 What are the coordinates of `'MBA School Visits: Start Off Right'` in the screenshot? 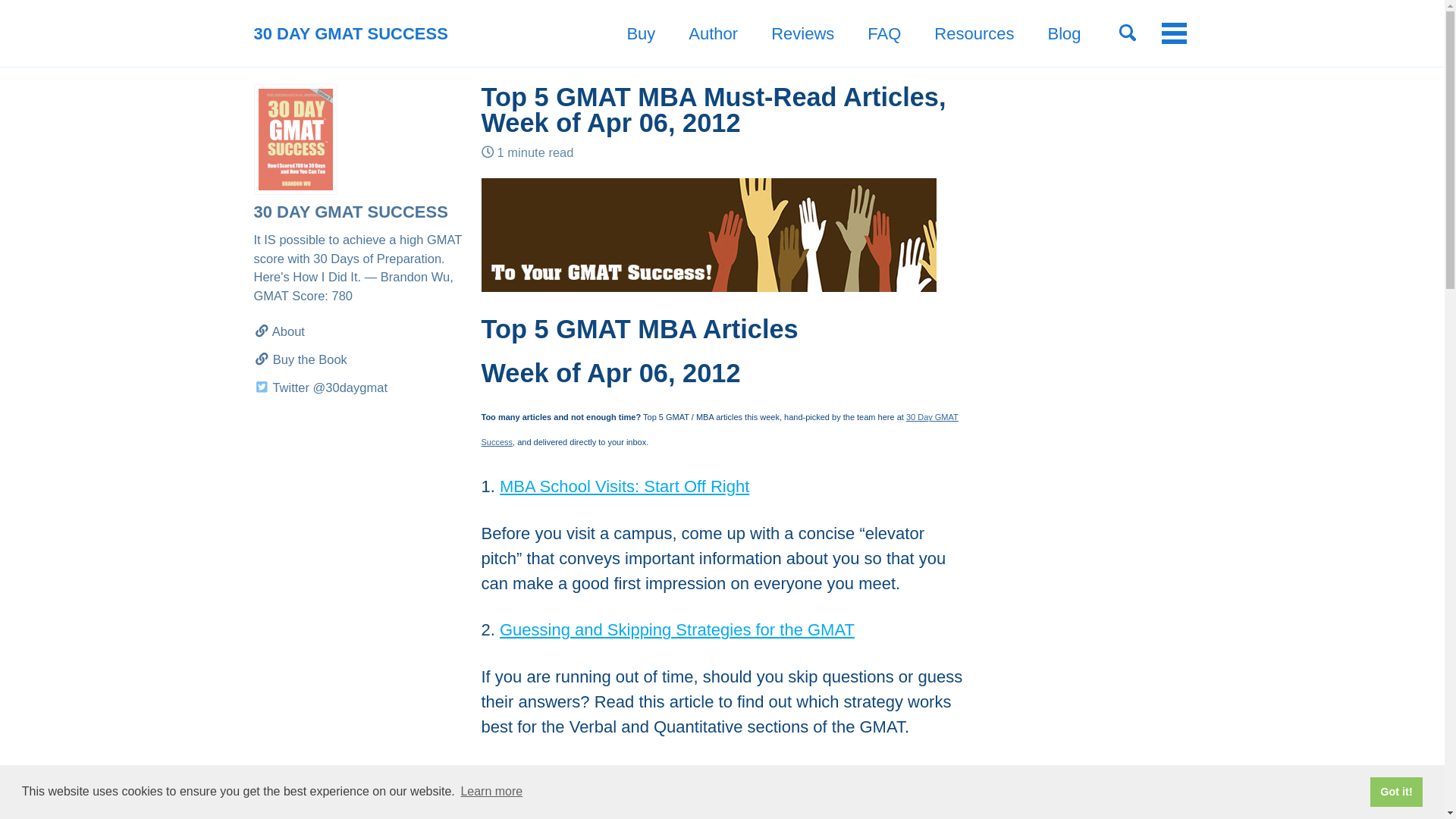 It's located at (624, 486).